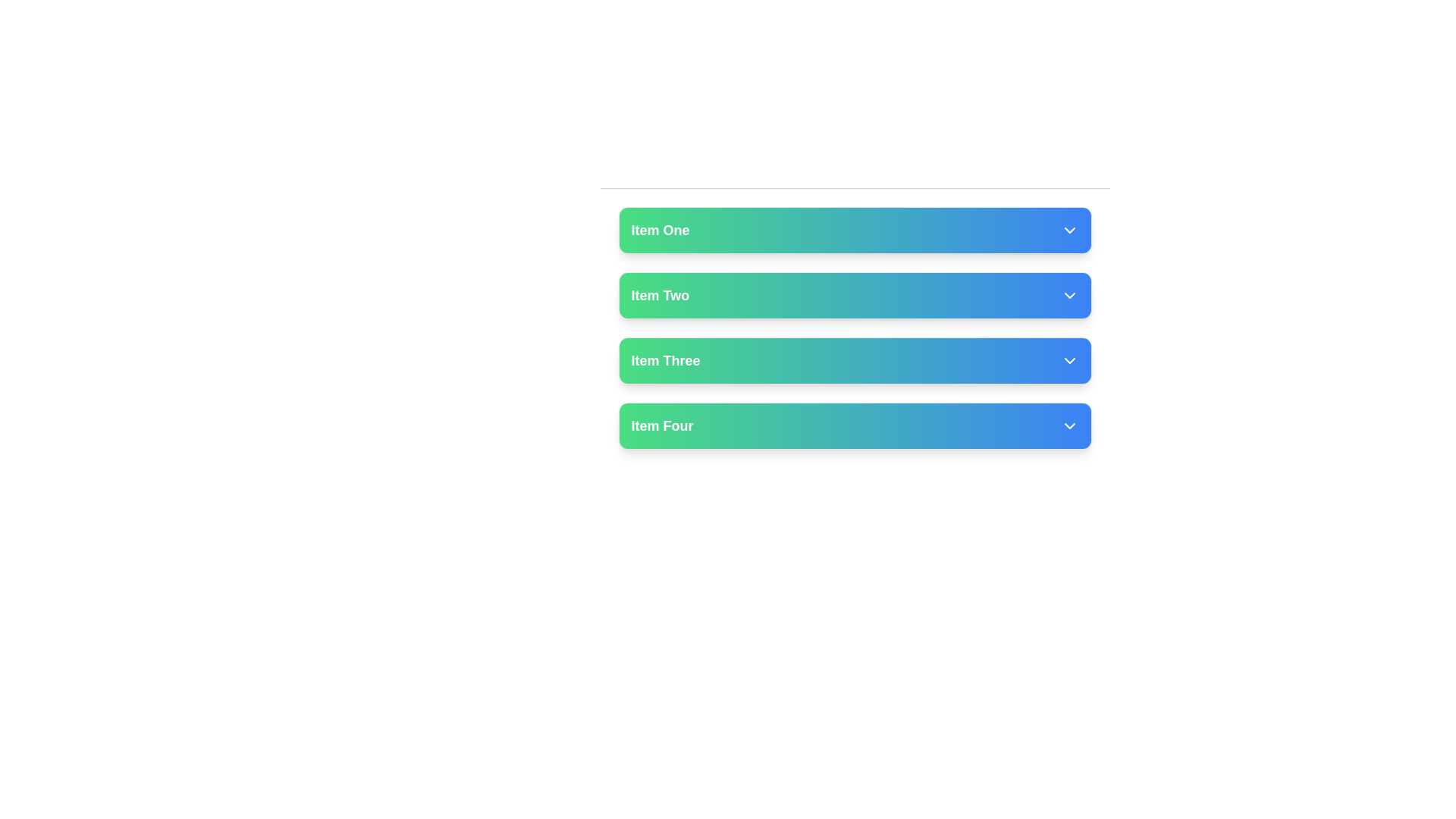 This screenshot has width=1456, height=819. What do you see at coordinates (1068, 426) in the screenshot?
I see `the Dropdown Indicator Icon located on the right end of the 'Item Four' gradient blue button` at bounding box center [1068, 426].